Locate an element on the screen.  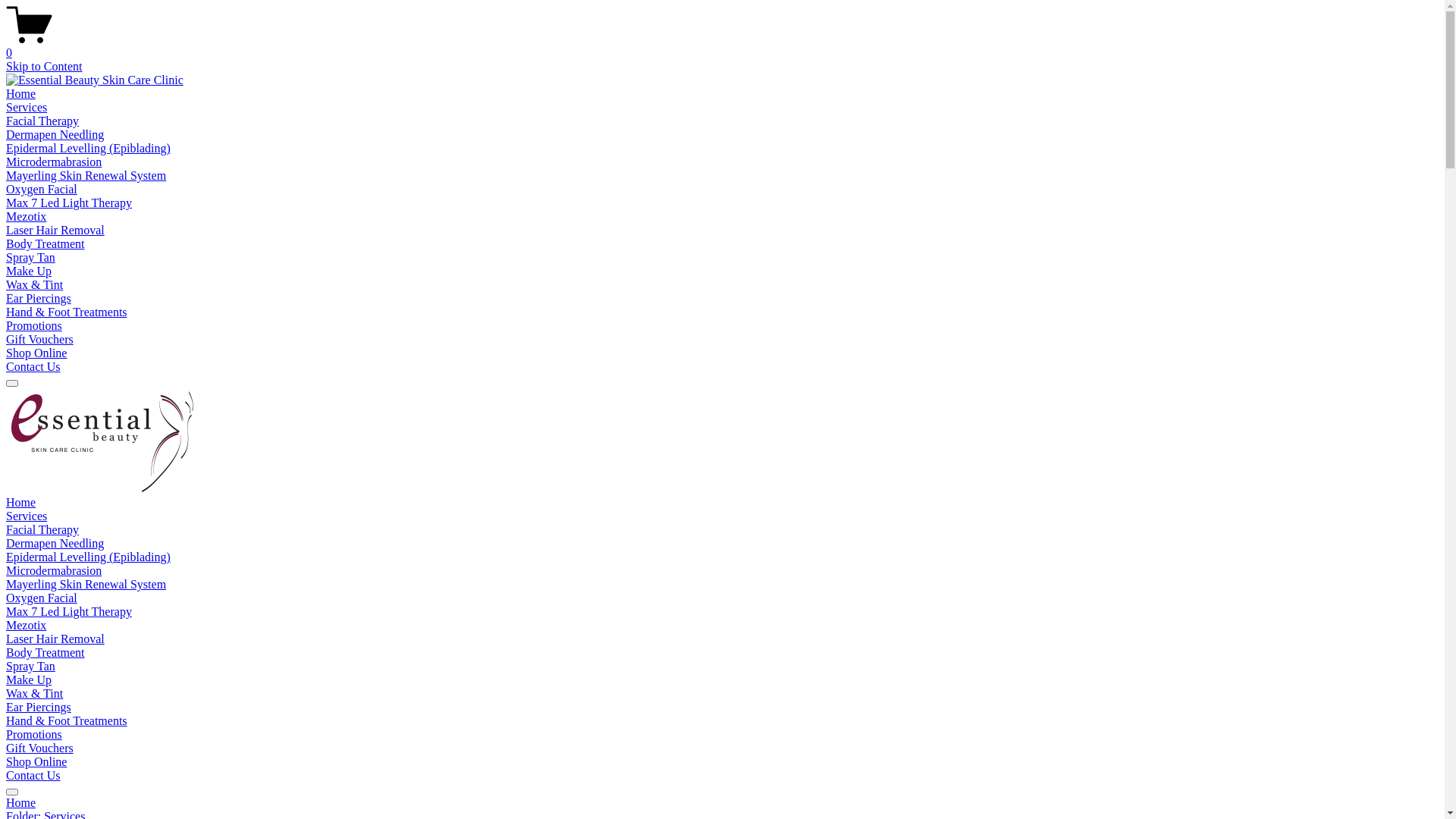
'Services' is located at coordinates (26, 106).